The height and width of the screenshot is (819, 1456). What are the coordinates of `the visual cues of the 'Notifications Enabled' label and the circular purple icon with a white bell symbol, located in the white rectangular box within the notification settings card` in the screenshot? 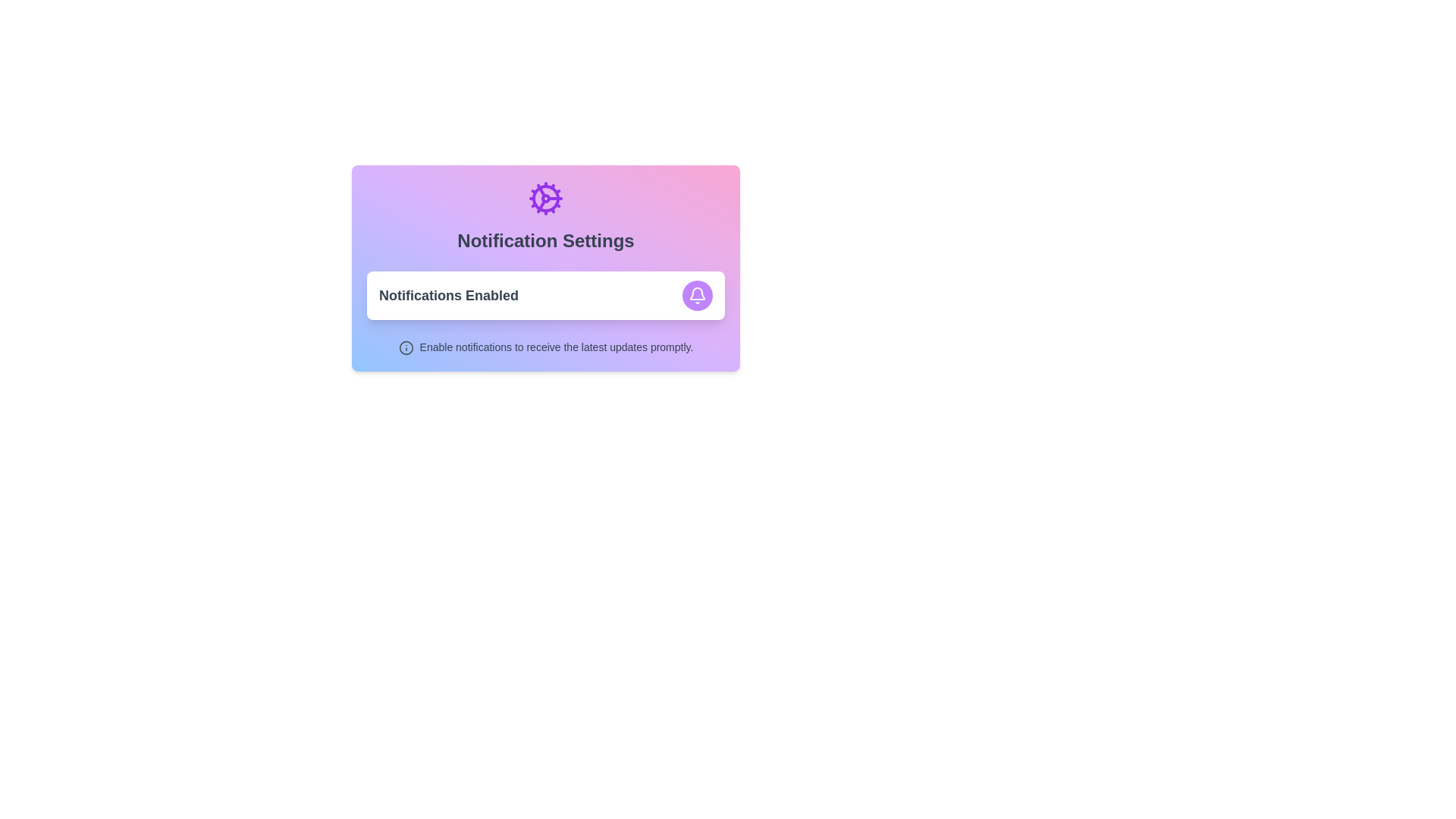 It's located at (546, 295).